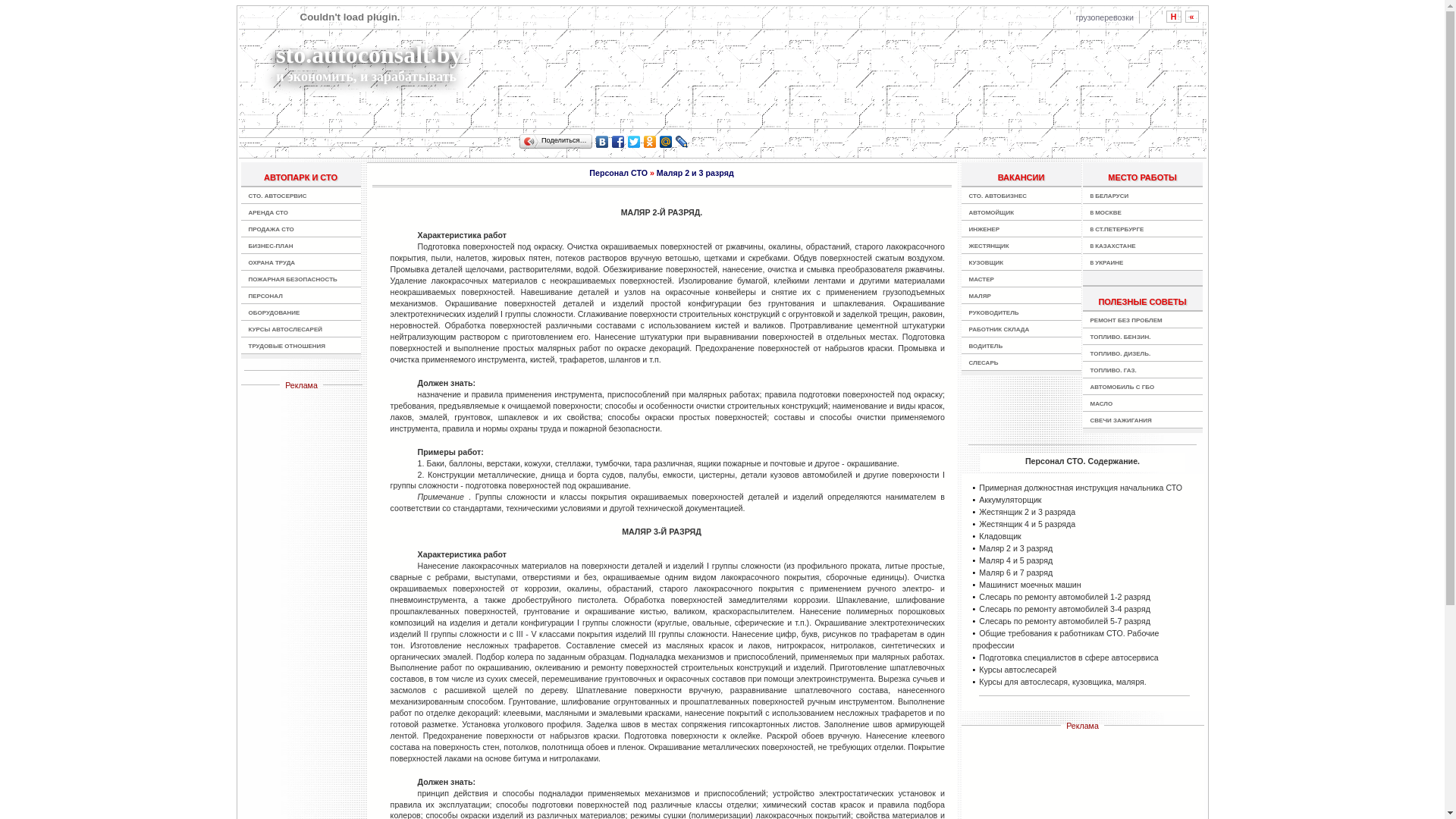 The width and height of the screenshot is (1456, 819). I want to click on 'LiveJournal', so click(681, 141).